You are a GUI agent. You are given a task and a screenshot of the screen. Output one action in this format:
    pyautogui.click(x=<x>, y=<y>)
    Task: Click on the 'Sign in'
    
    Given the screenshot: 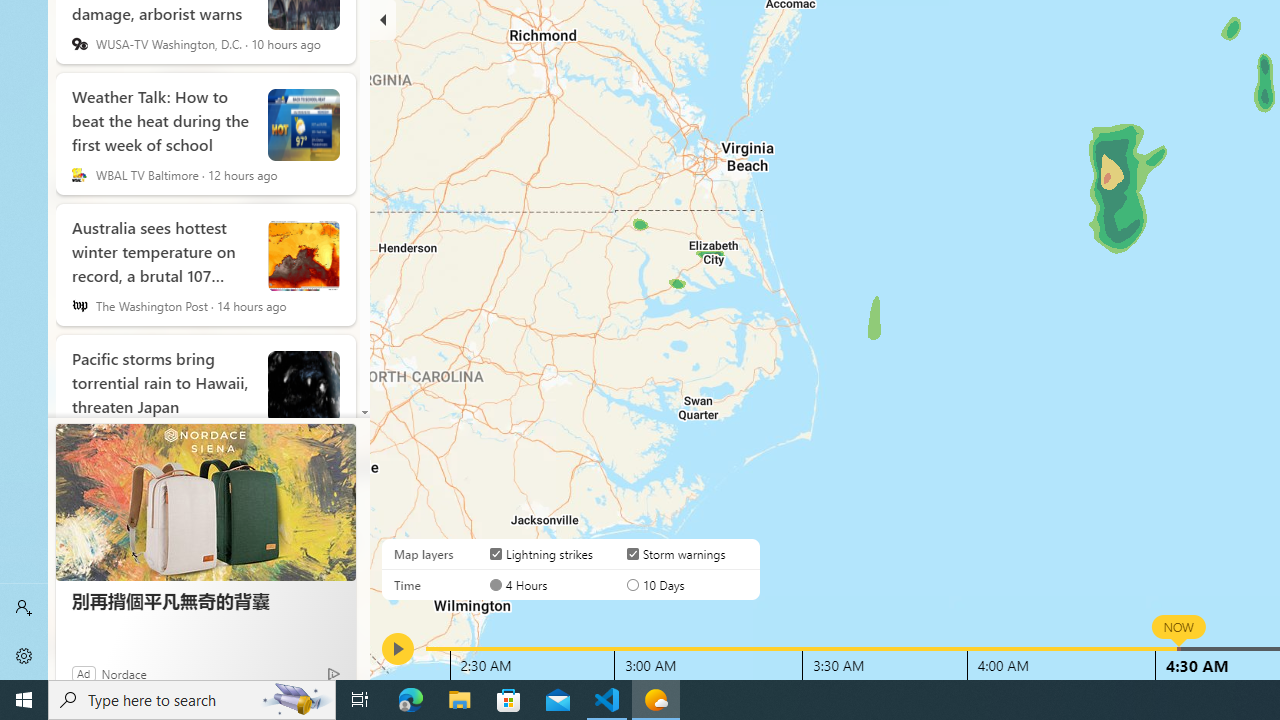 What is the action you would take?
    pyautogui.click(x=24, y=607)
    